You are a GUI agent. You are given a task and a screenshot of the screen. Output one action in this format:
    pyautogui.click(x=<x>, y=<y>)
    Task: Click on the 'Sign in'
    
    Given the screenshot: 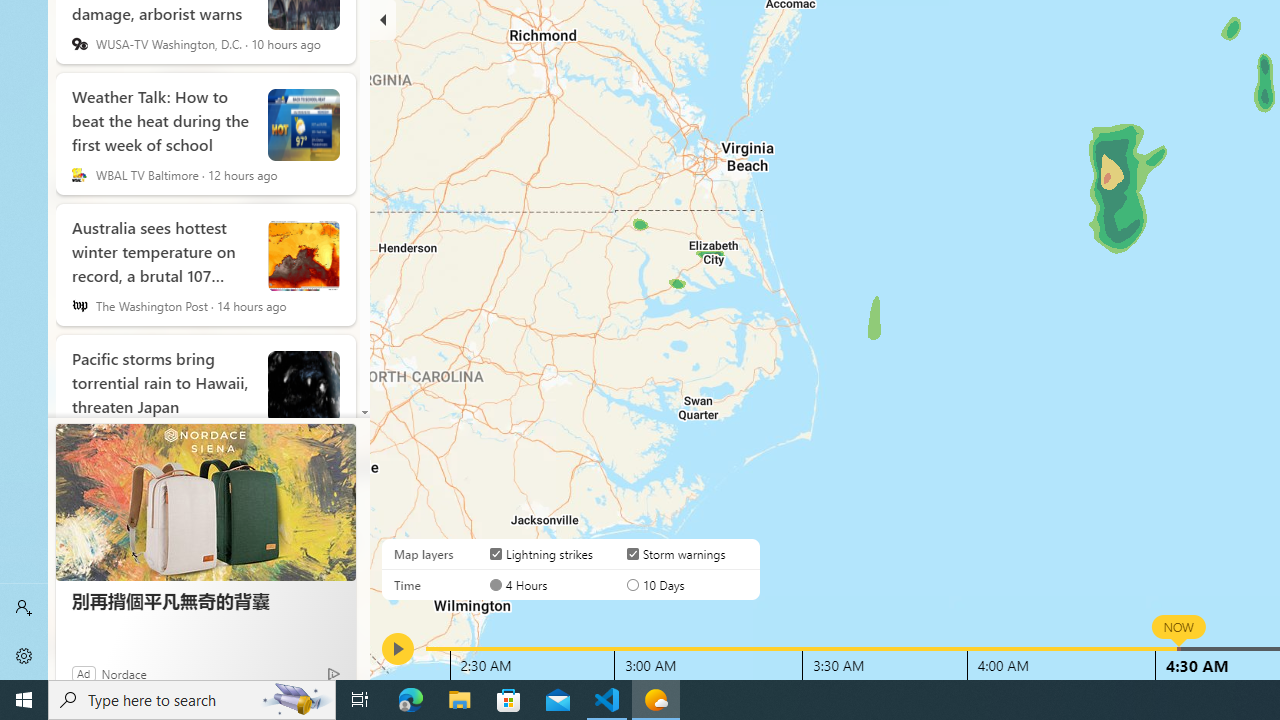 What is the action you would take?
    pyautogui.click(x=24, y=607)
    